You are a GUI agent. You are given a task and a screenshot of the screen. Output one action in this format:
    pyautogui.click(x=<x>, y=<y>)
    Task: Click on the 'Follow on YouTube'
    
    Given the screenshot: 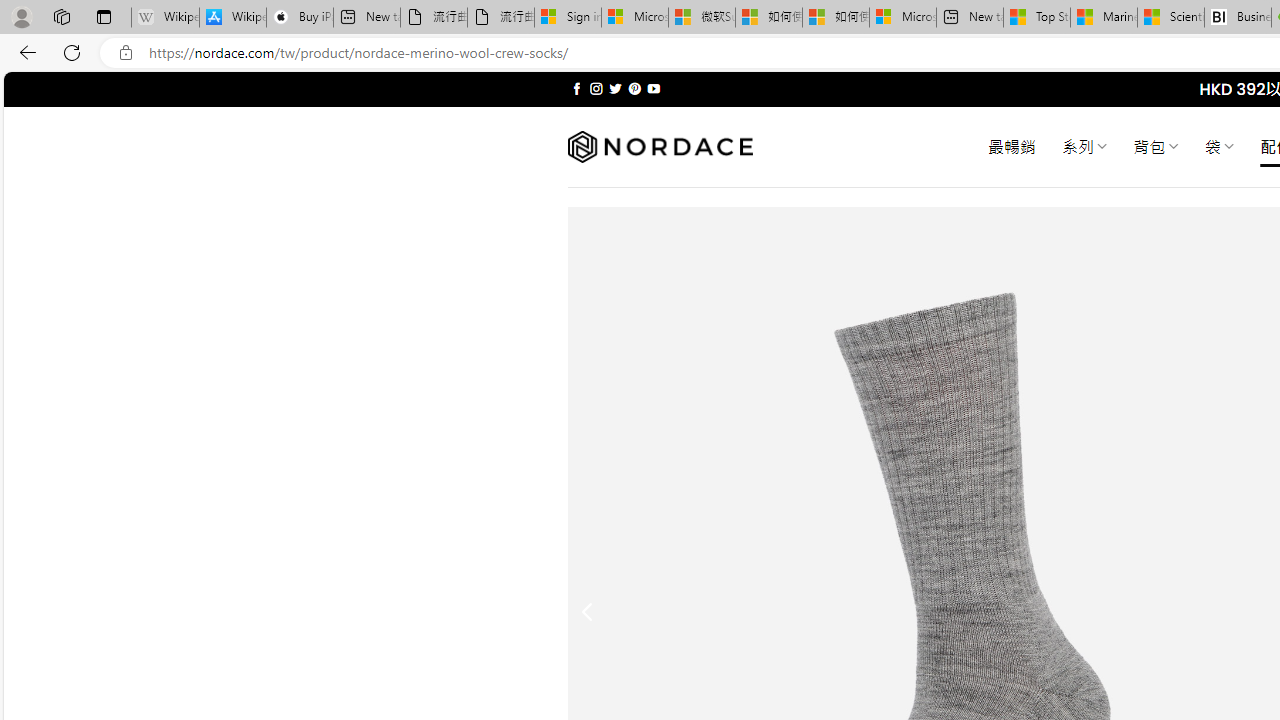 What is the action you would take?
    pyautogui.click(x=653, y=88)
    